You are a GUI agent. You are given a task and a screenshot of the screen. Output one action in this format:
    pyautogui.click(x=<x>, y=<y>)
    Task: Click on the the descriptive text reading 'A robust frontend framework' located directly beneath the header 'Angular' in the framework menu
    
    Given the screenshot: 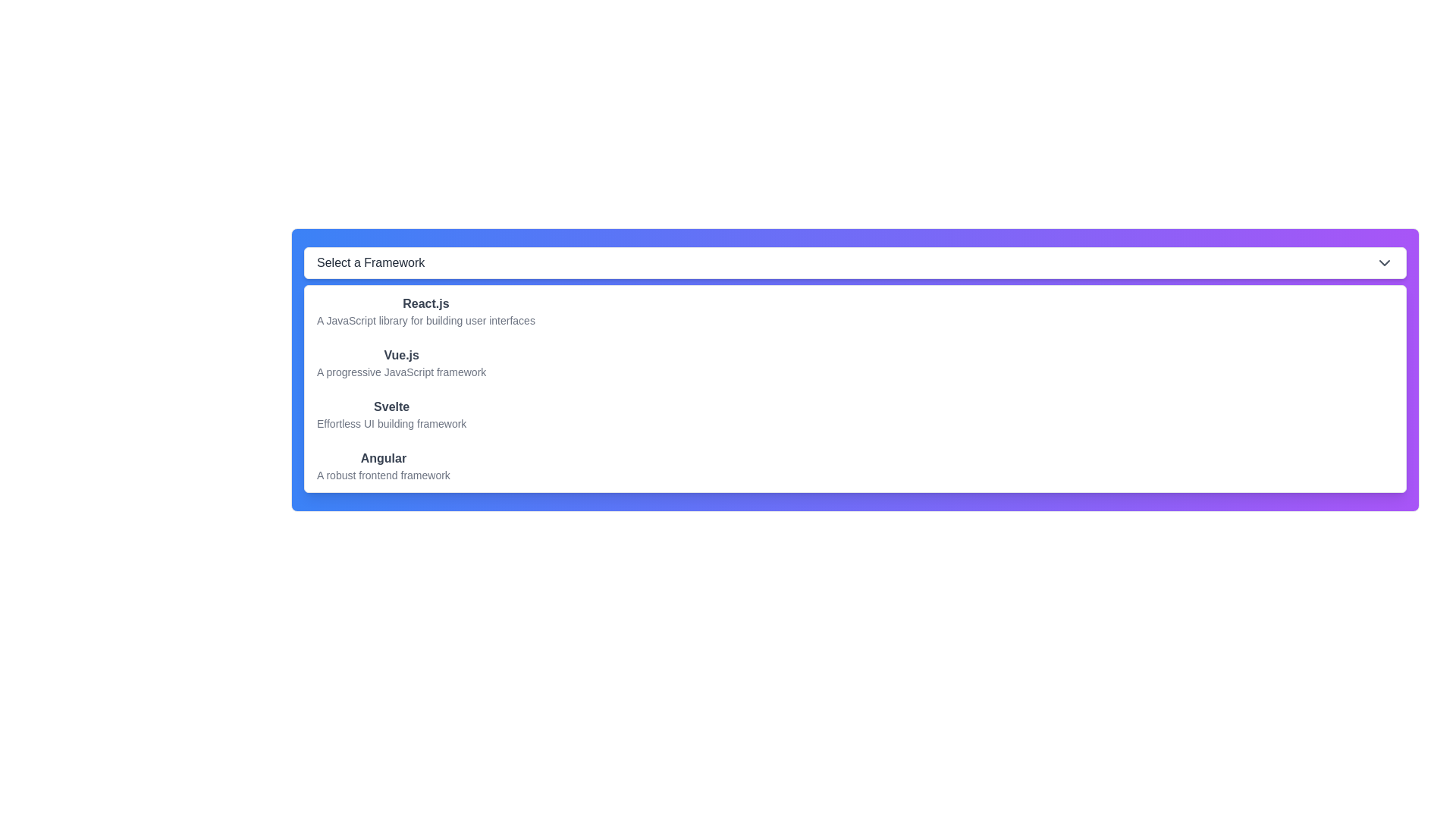 What is the action you would take?
    pyautogui.click(x=383, y=475)
    